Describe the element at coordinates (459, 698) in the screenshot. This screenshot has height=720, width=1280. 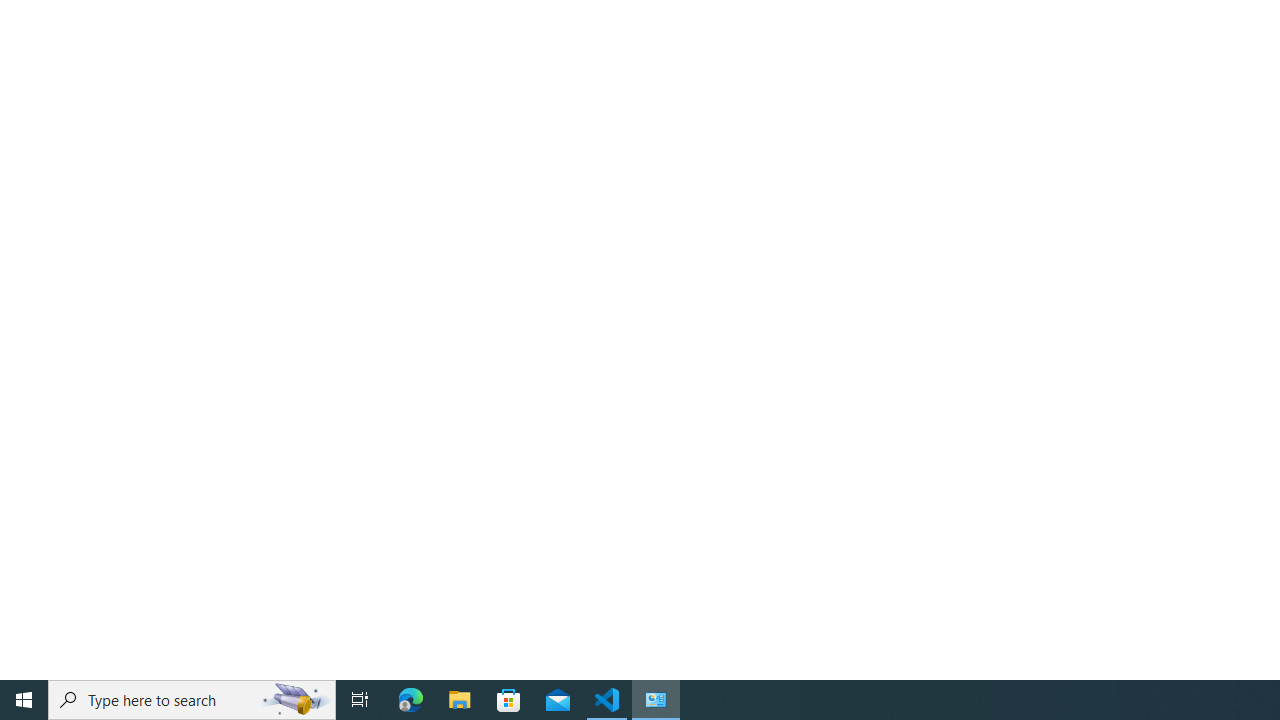
I see `'File Explorer'` at that location.